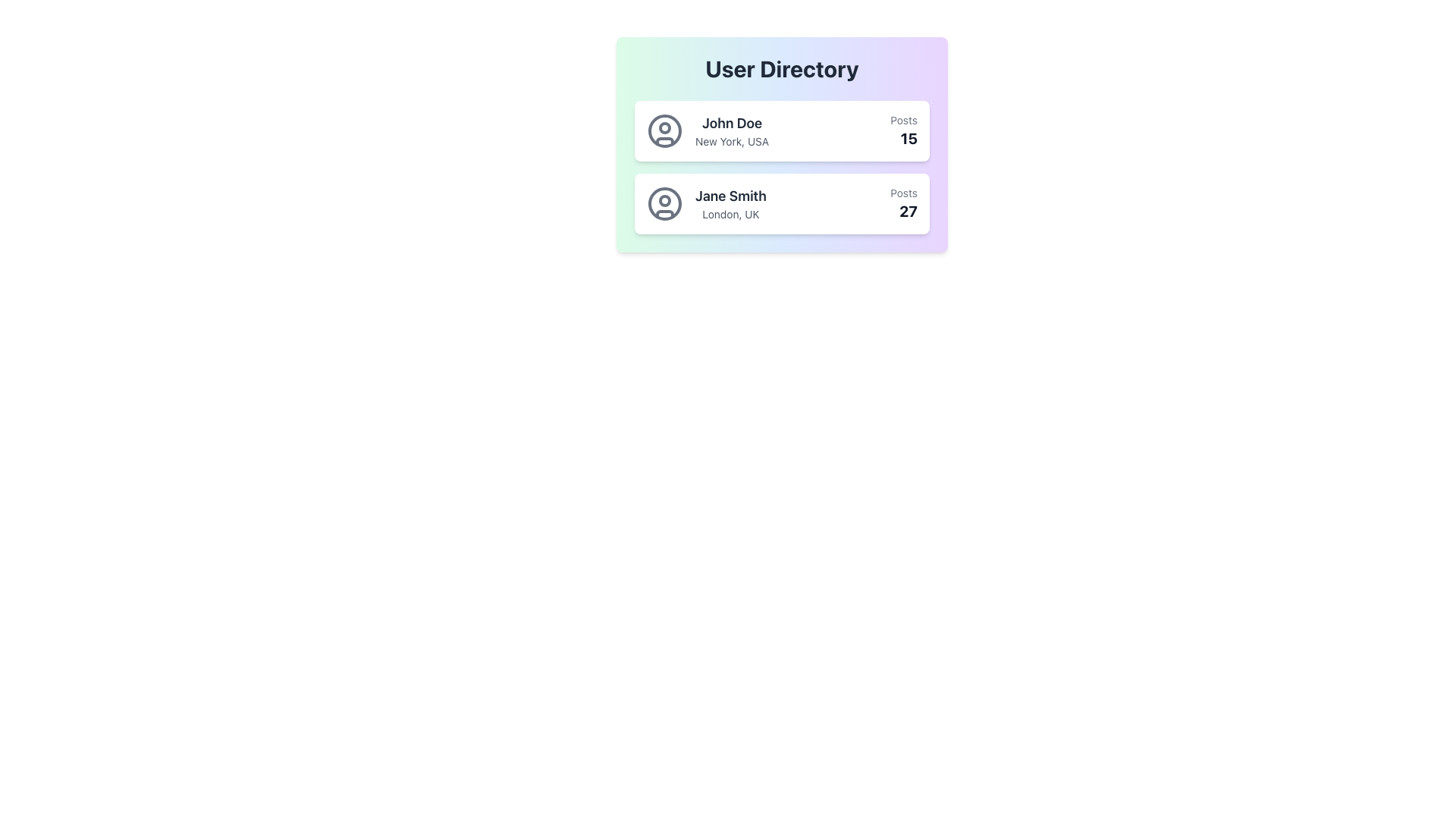 The height and width of the screenshot is (819, 1456). Describe the element at coordinates (904, 192) in the screenshot. I see `informational label indicating the count of posts by the user 'Jane Smith', which is located in the right-aligned section of the user card` at that location.